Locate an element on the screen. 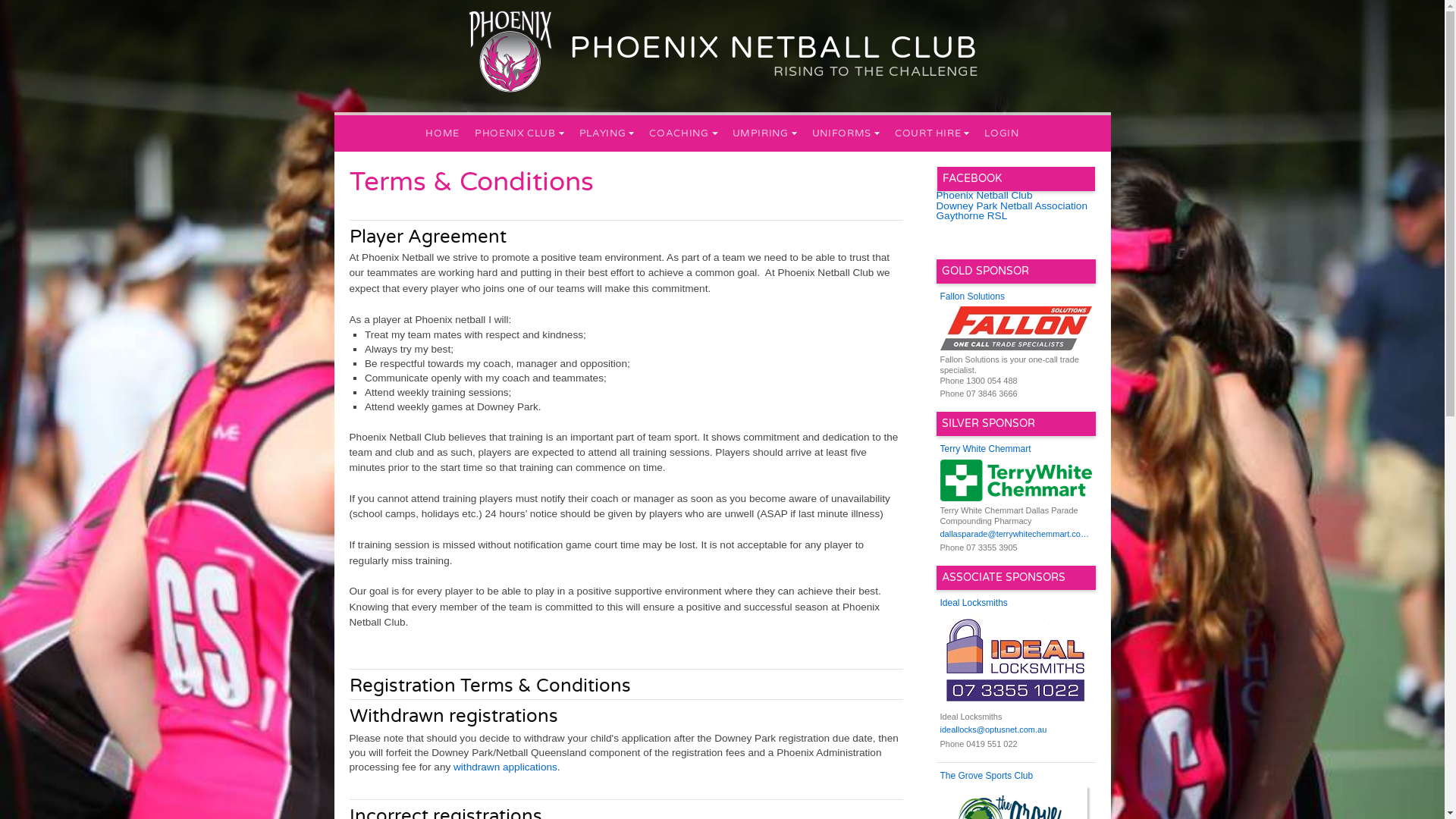  'PHOENIX CLUB' is located at coordinates (466, 133).